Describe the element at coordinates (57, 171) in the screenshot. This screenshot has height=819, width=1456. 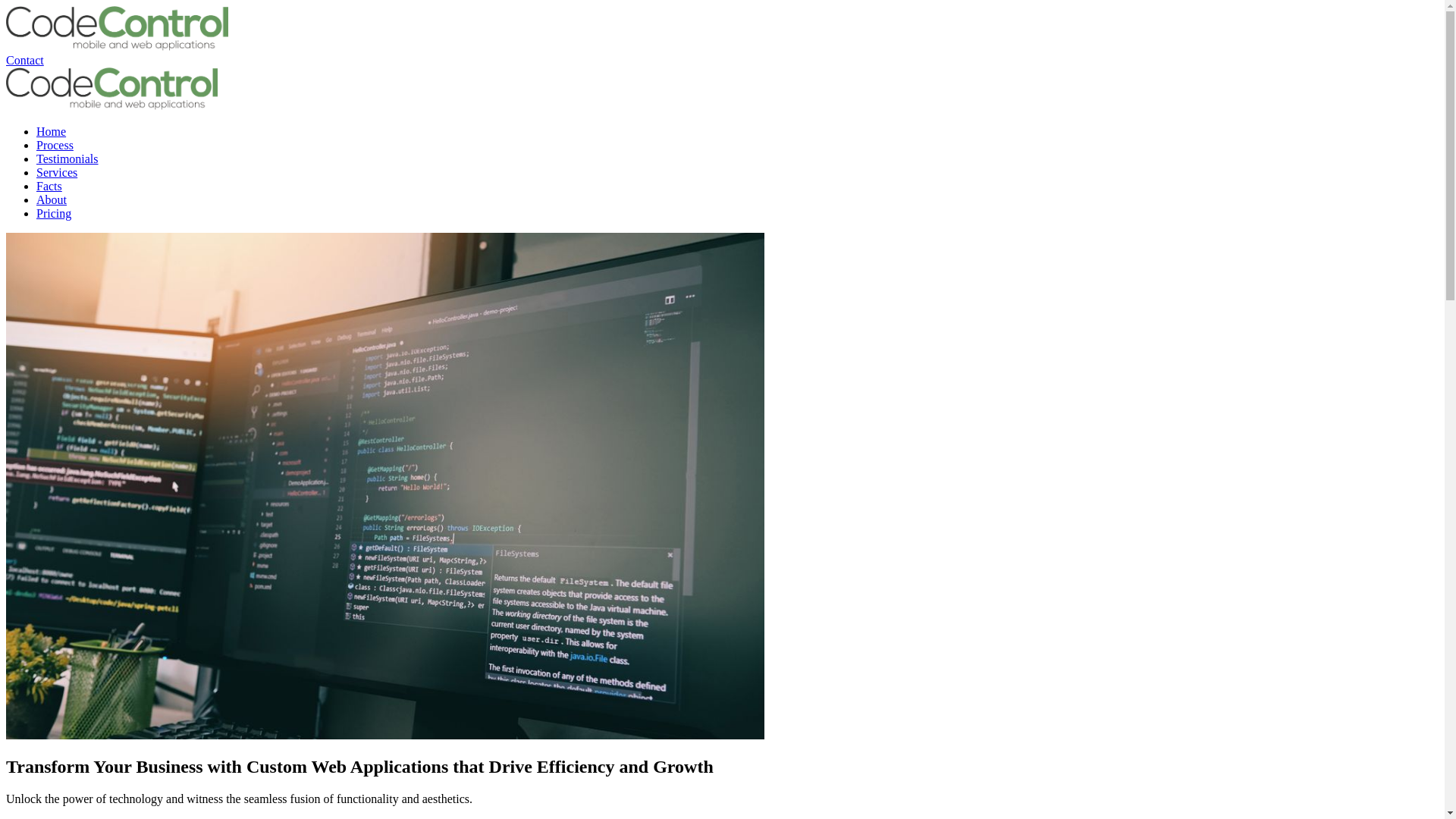
I see `'Services'` at that location.